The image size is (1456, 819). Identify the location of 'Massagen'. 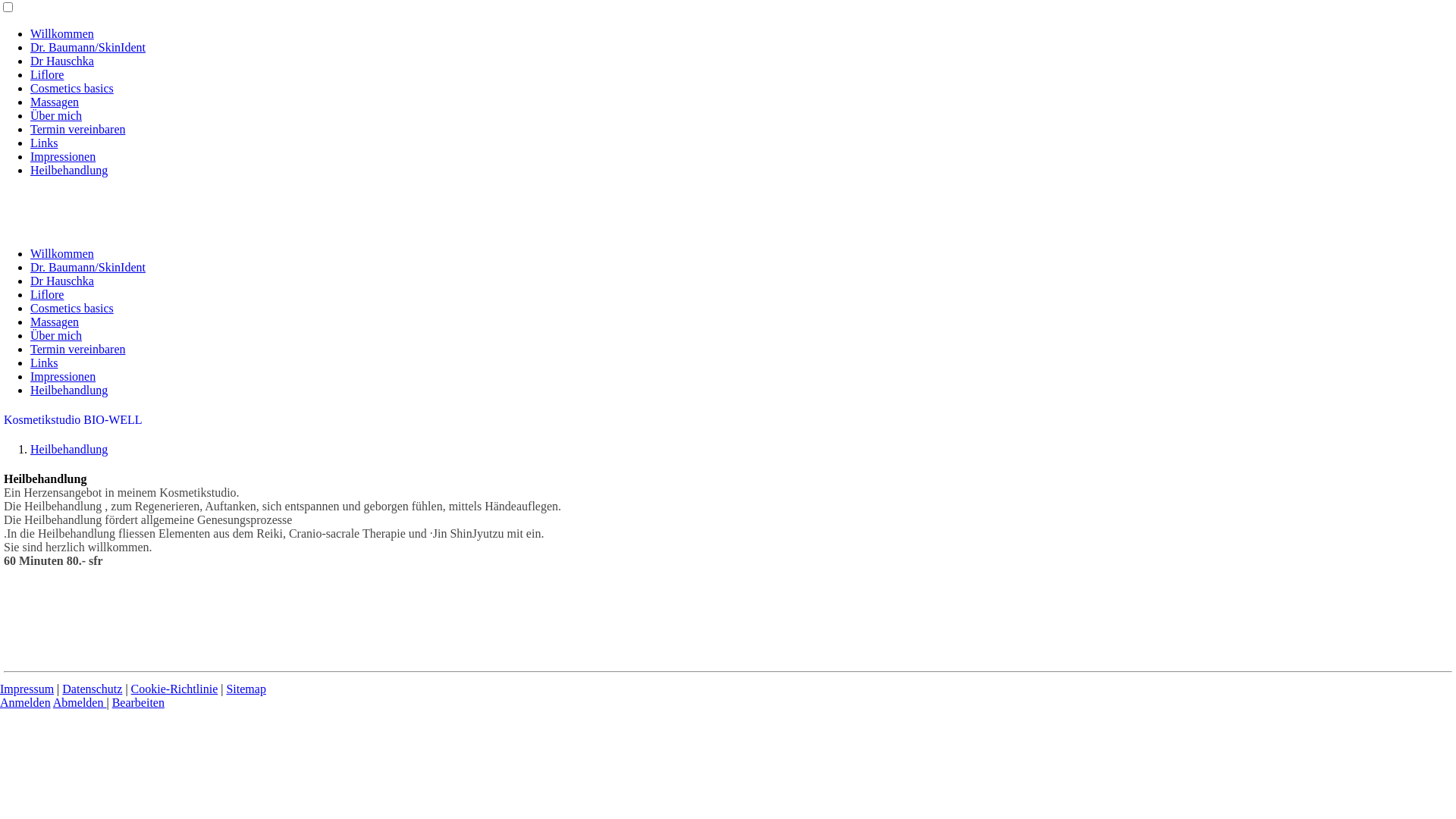
(55, 321).